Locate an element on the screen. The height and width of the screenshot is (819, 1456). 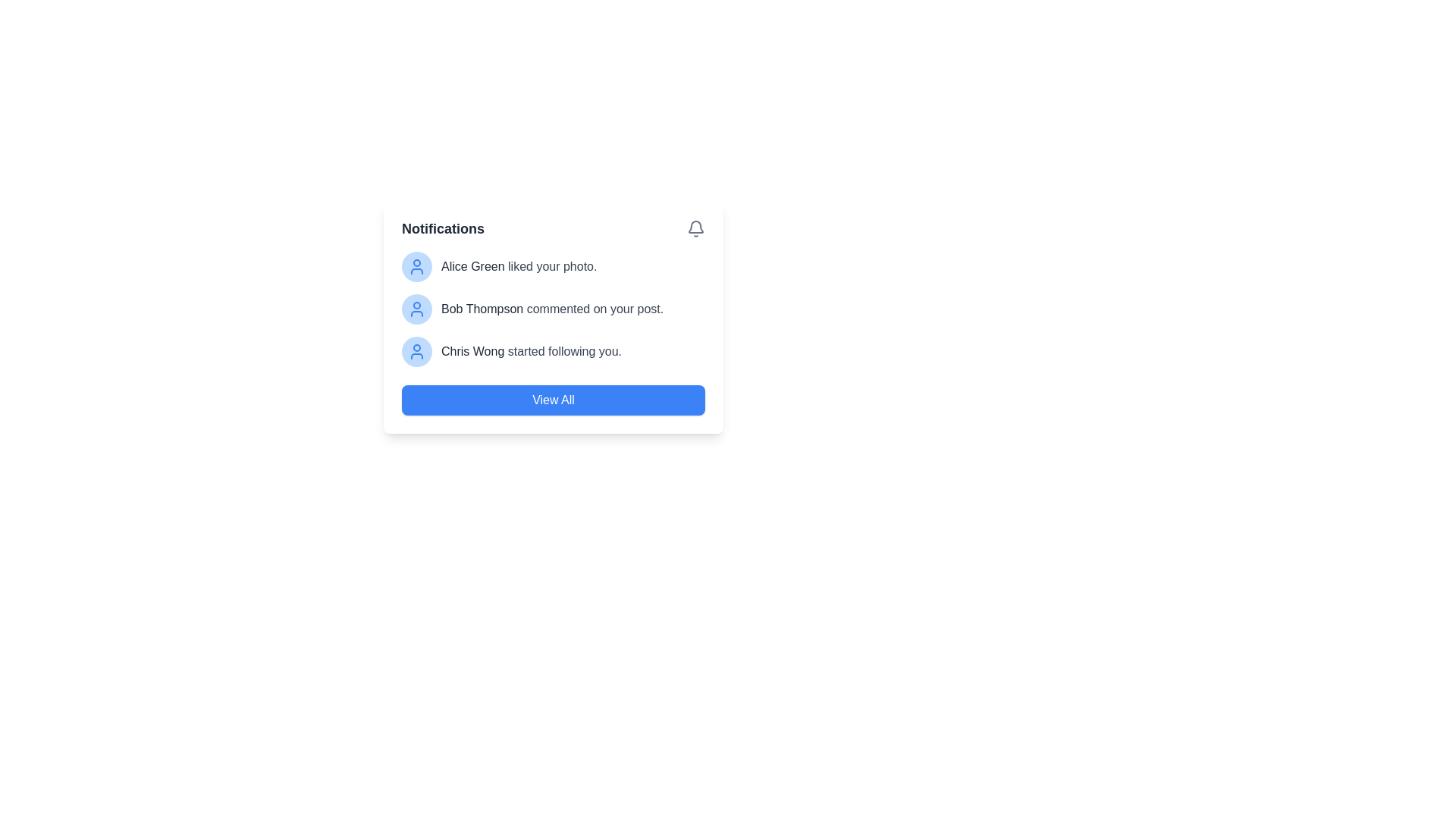
the icon representing the sender of the notification, which is the first item in the notification panel, located to the left of the text 'Alice Green liked your photo.' is located at coordinates (417, 265).